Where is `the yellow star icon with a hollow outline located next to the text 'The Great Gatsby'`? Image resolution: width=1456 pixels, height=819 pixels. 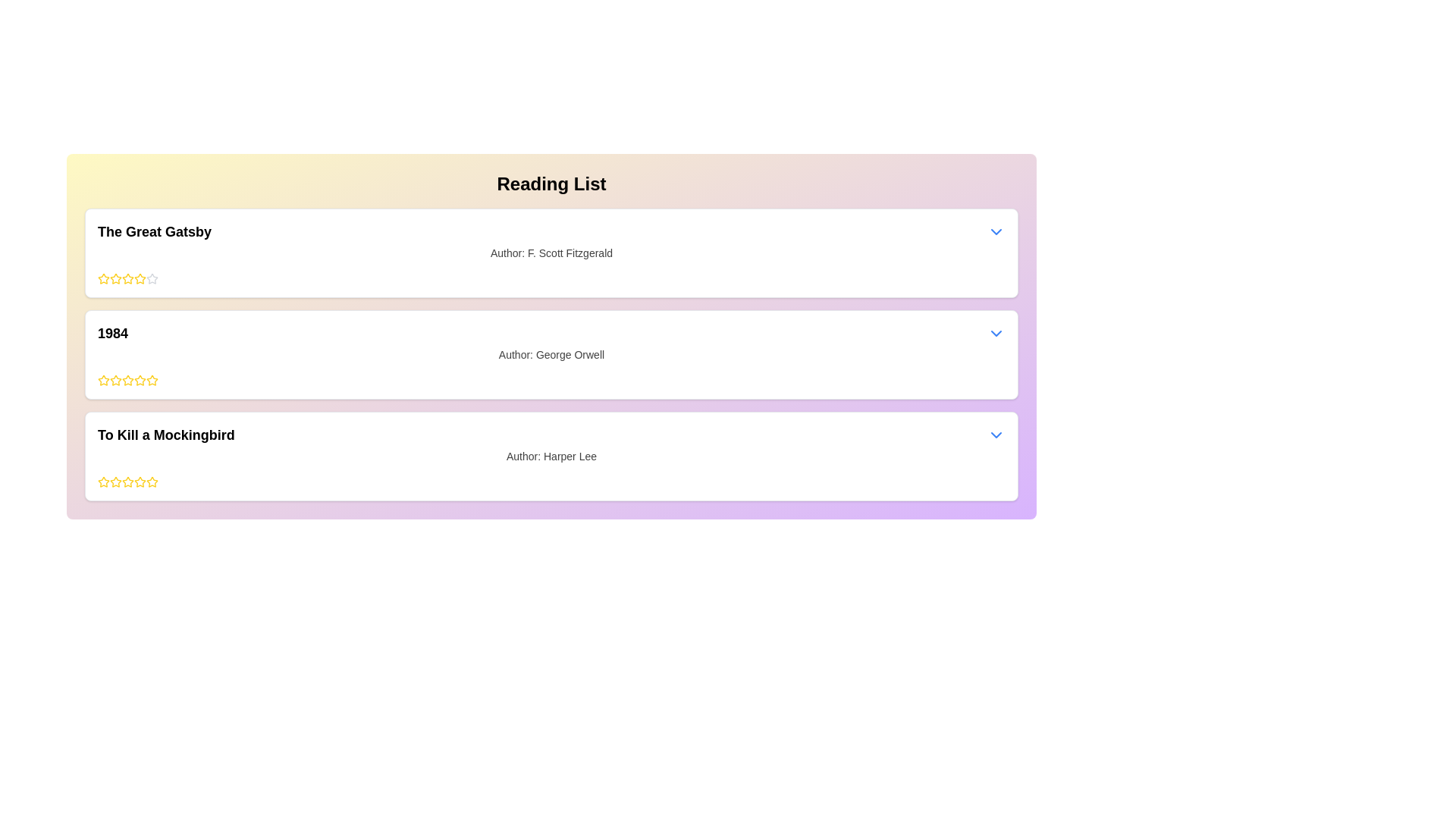 the yellow star icon with a hollow outline located next to the text 'The Great Gatsby' is located at coordinates (115, 278).